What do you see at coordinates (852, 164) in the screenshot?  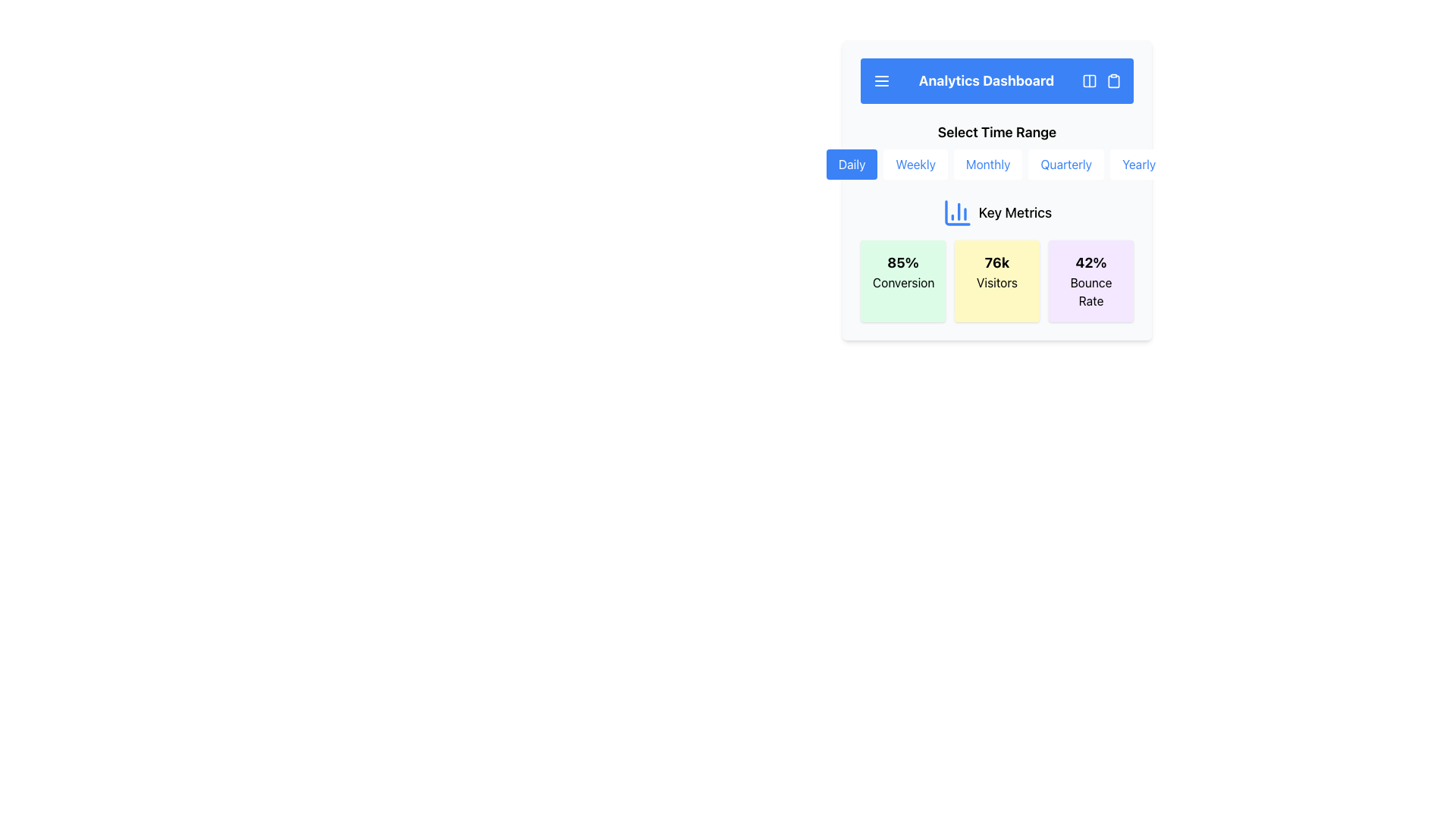 I see `the 'Daily' button, which is a rectangular button with rounded edges, styled with a blue background and white text, positioned first in a horizontal stack of five buttons below the 'Select Time Range' header` at bounding box center [852, 164].